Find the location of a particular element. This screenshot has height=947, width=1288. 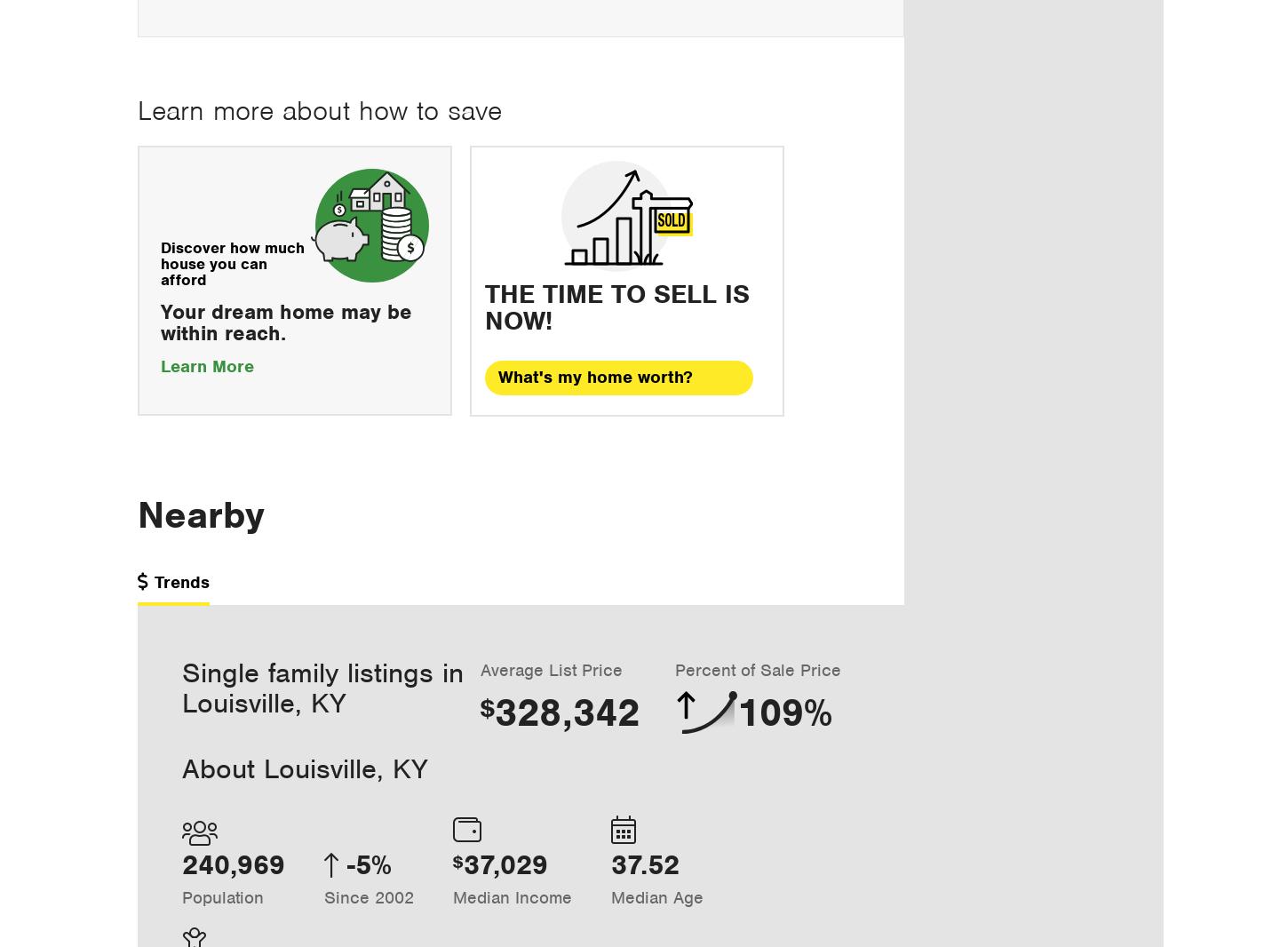

'Median Income' is located at coordinates (512, 896).